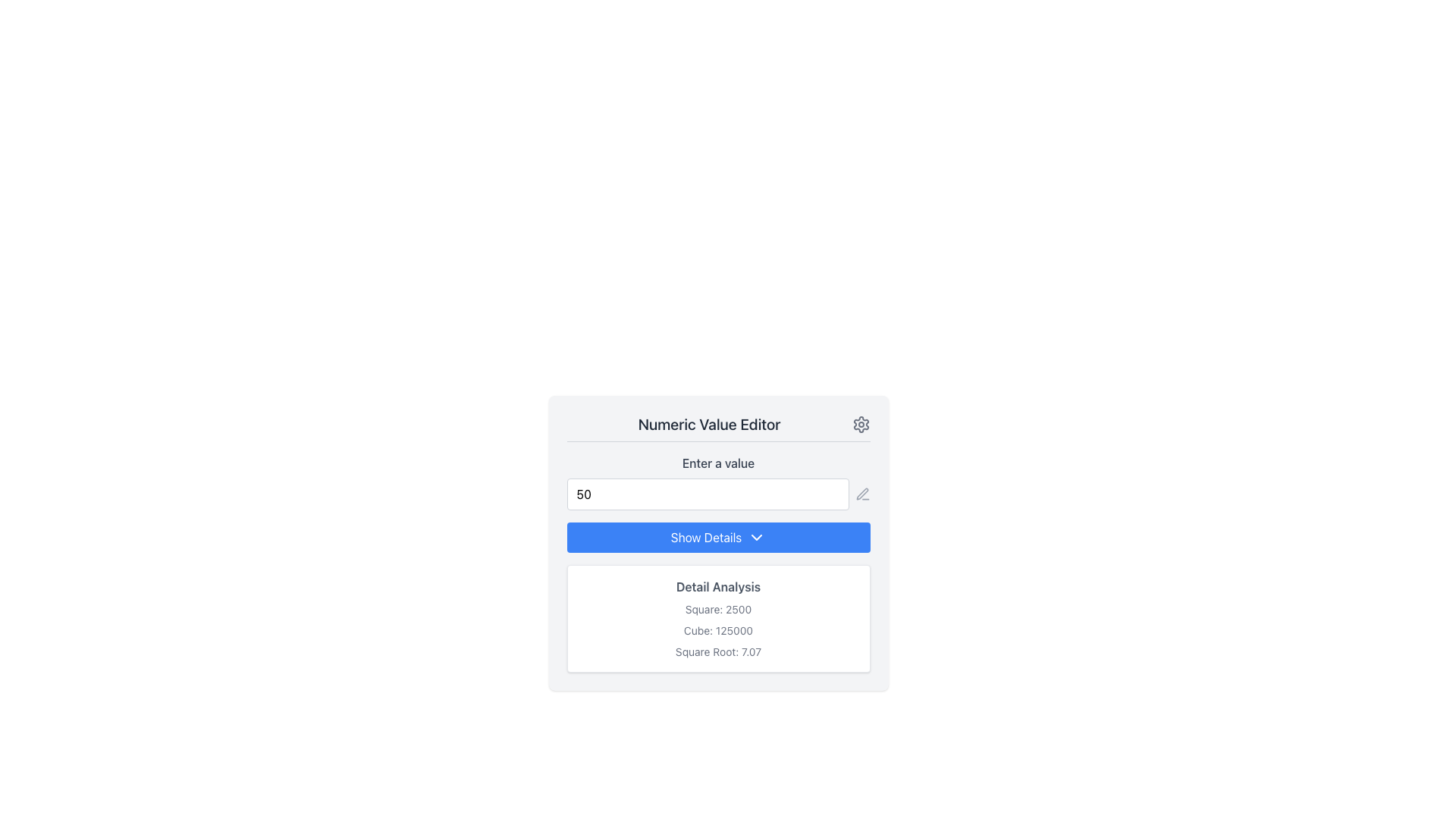  What do you see at coordinates (717, 631) in the screenshot?
I see `the text label that reads 'Cube: 125000', which is styled with a gray font and located in the 'Detail Analysis' section, positioned between 'Square: 2500' and 'Square Root: 7.07'` at bounding box center [717, 631].